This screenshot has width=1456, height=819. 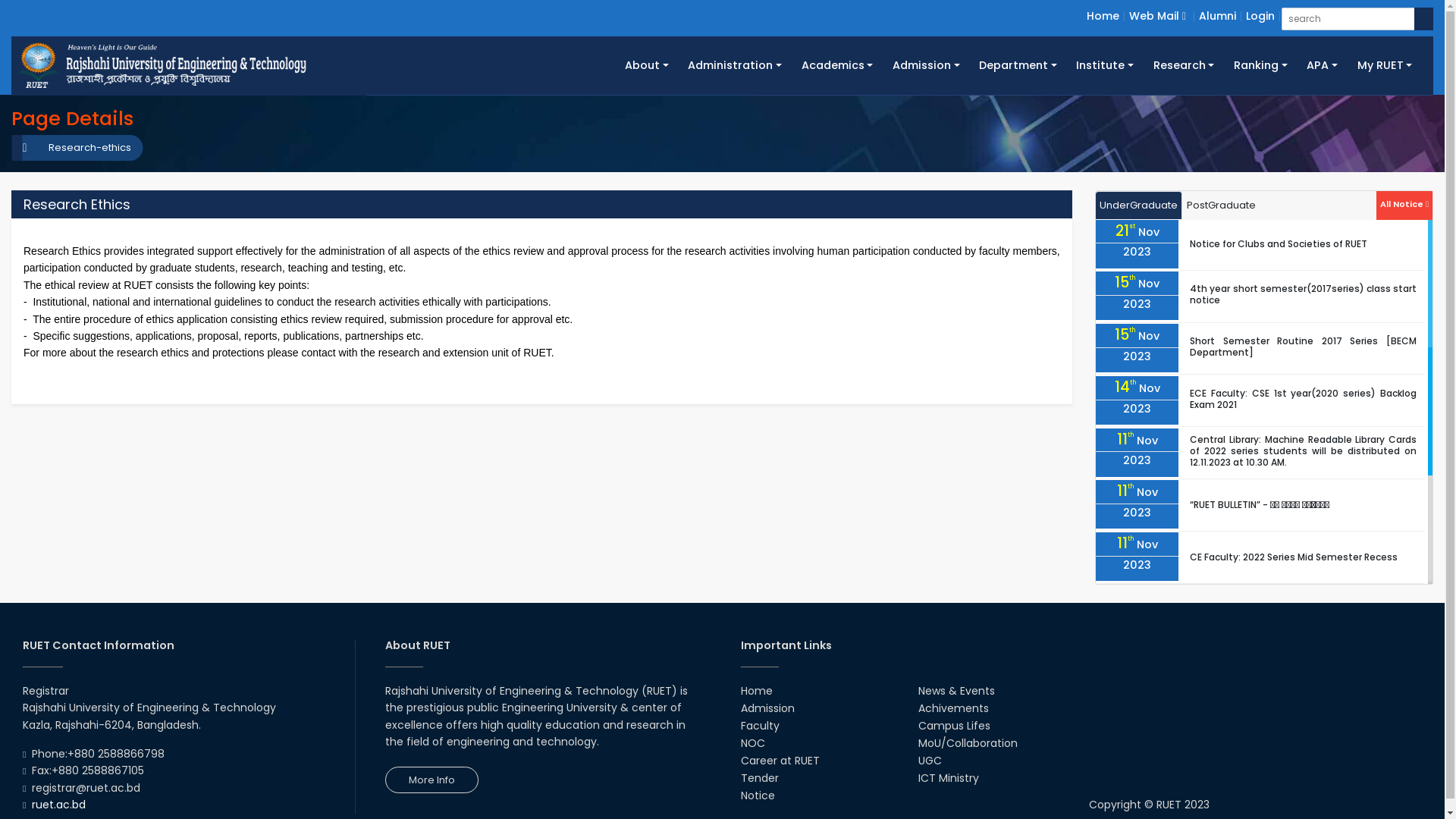 What do you see at coordinates (385, 780) in the screenshot?
I see `'More Info'` at bounding box center [385, 780].